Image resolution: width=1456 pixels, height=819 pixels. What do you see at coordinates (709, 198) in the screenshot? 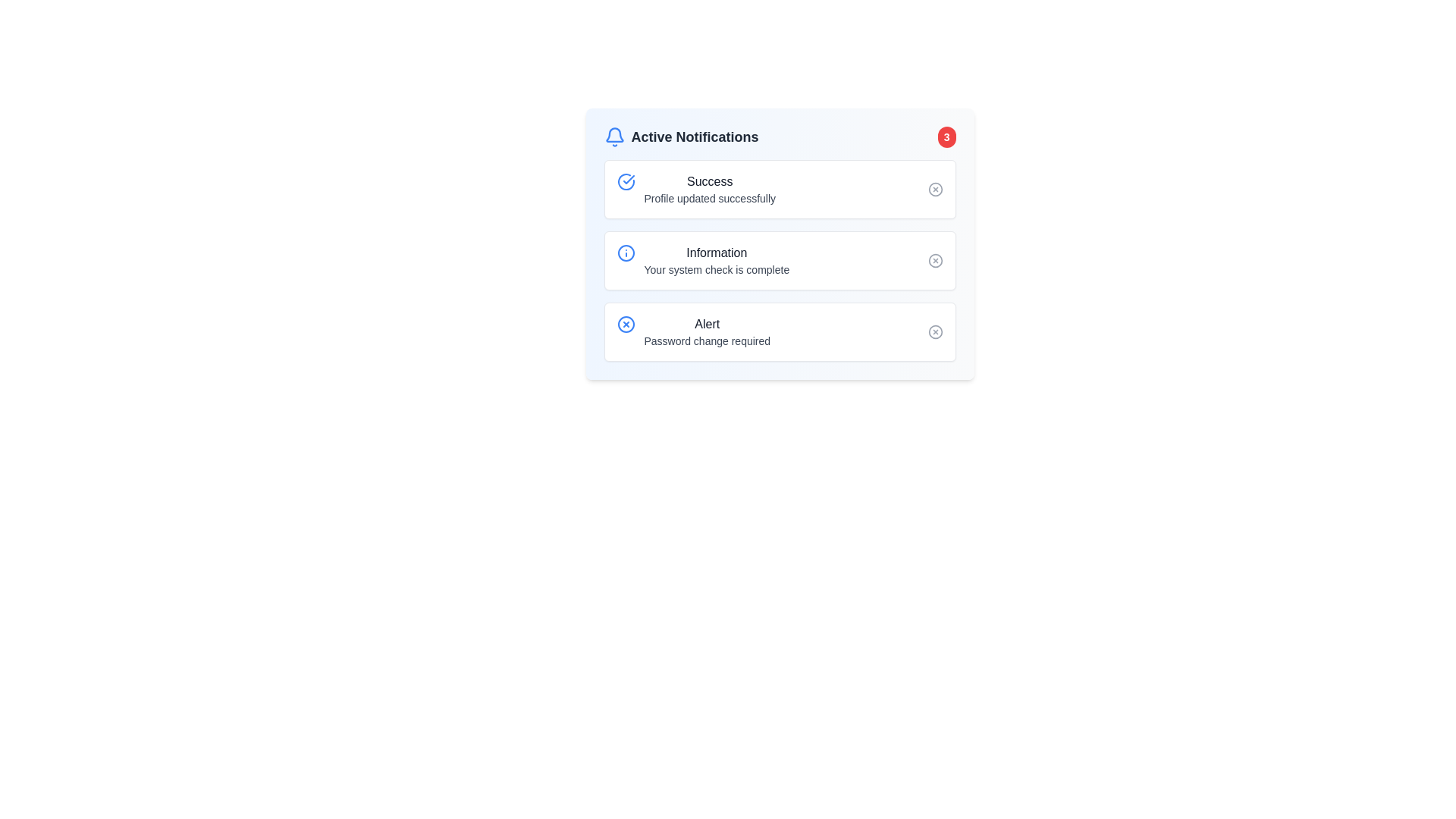
I see `text element that states 'Profile updated successfully', which is styled in a smaller gray font and located directly below the 'Success' label in the first notification tile` at bounding box center [709, 198].